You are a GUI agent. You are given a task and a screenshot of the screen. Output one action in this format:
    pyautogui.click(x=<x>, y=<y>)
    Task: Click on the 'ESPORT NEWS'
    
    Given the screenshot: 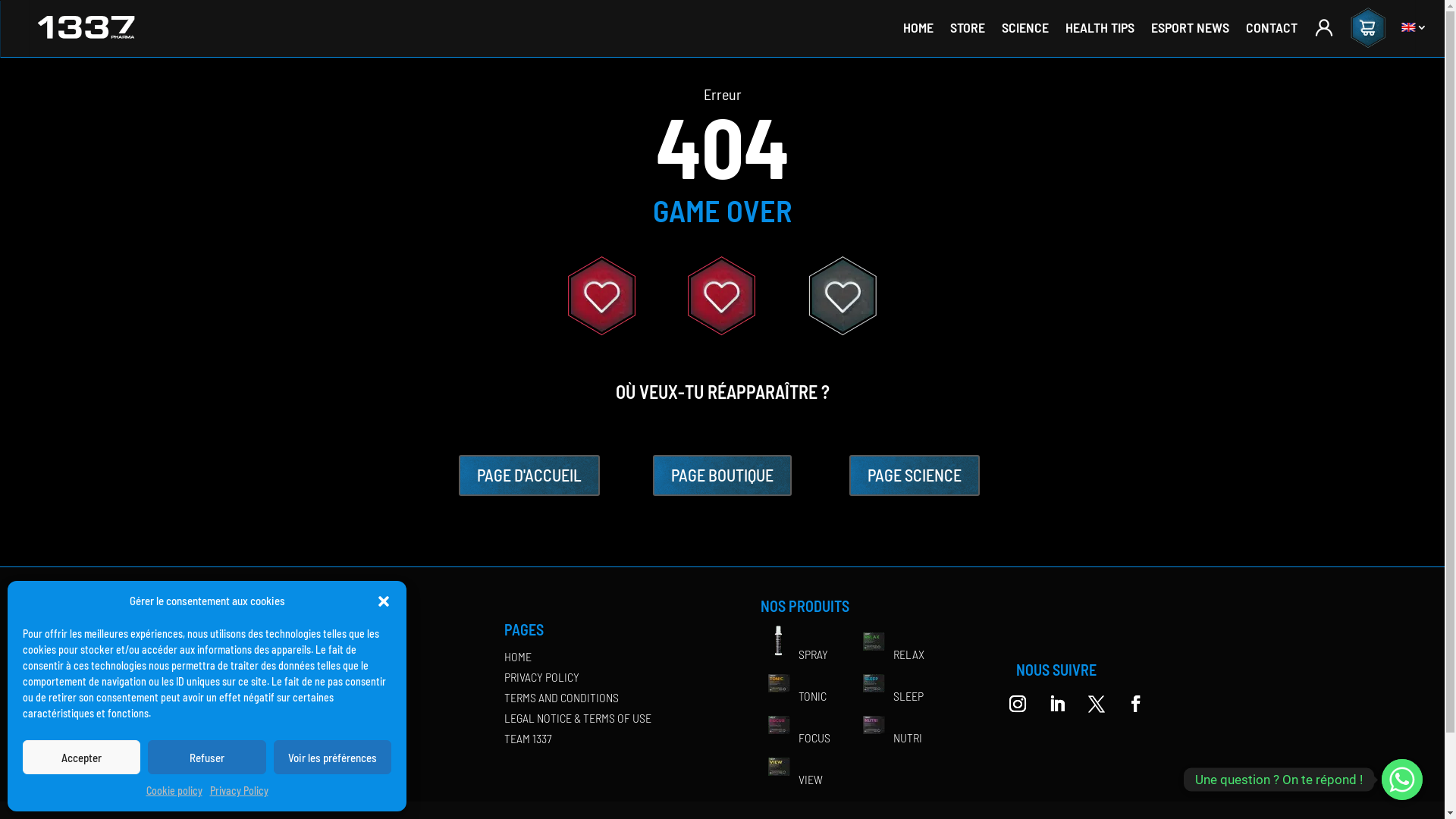 What is the action you would take?
    pyautogui.click(x=1189, y=27)
    